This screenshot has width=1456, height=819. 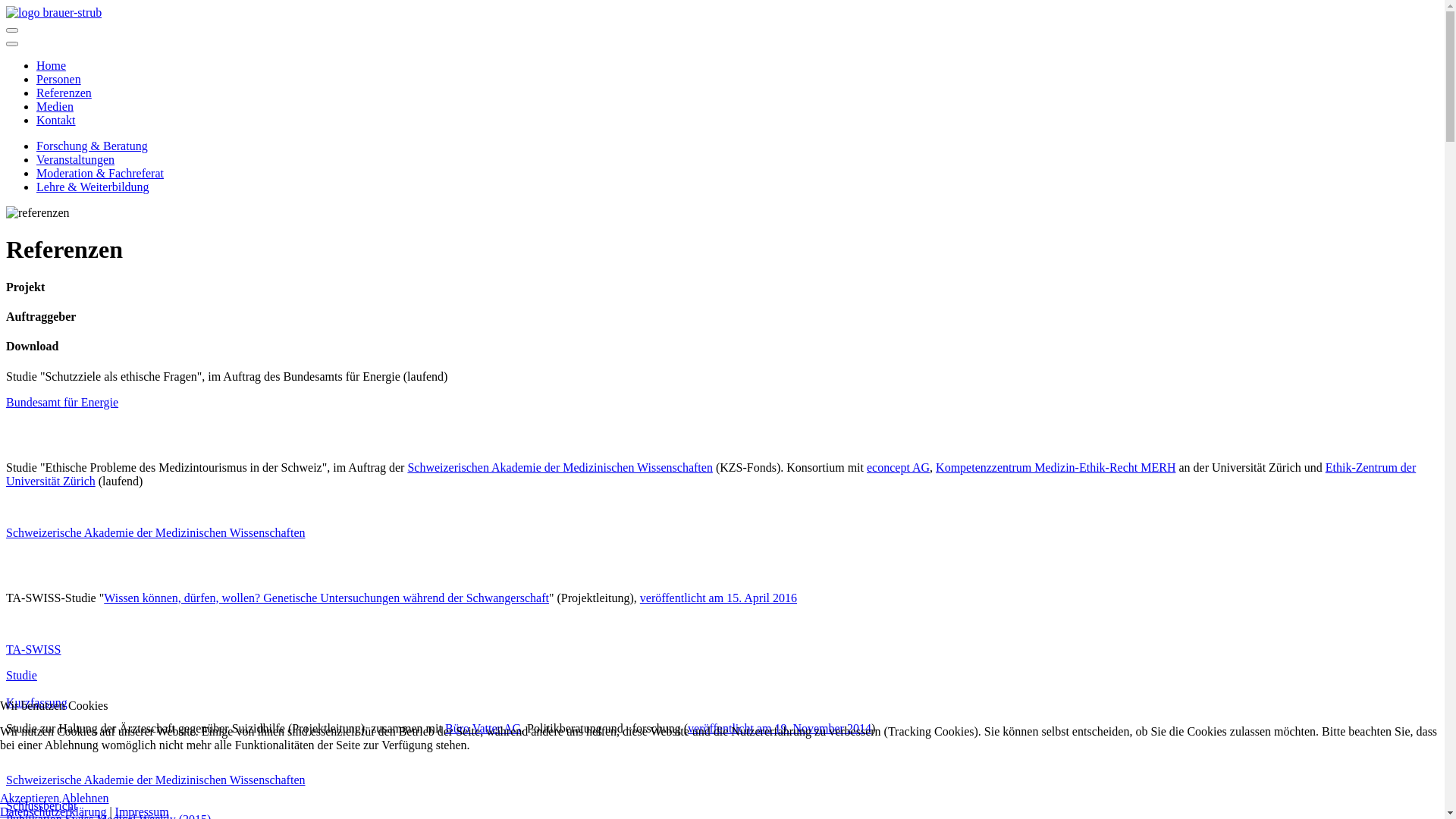 I want to click on 'Kompetenzzentrum Medizin-Ethik-Recht MERH', so click(x=1055, y=466).